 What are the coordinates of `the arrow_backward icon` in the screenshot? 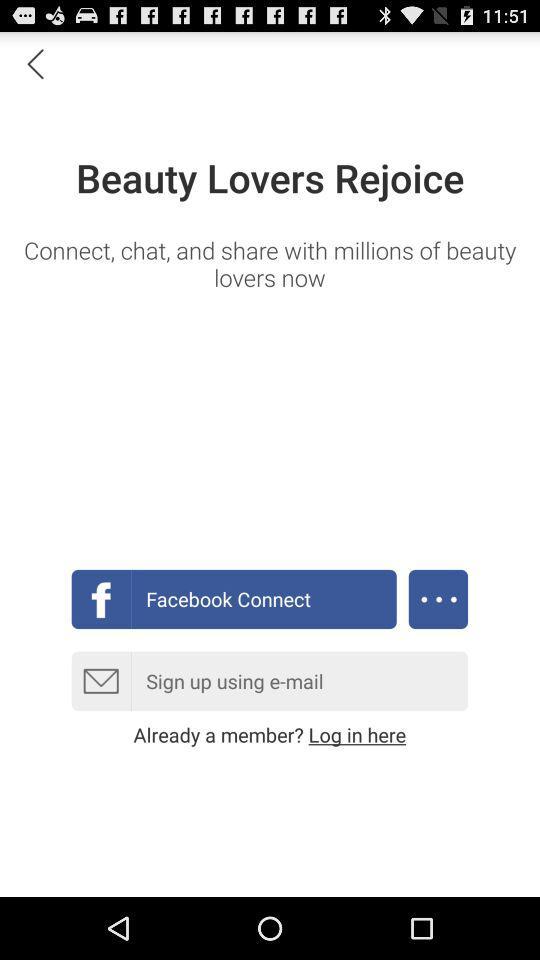 It's located at (35, 68).